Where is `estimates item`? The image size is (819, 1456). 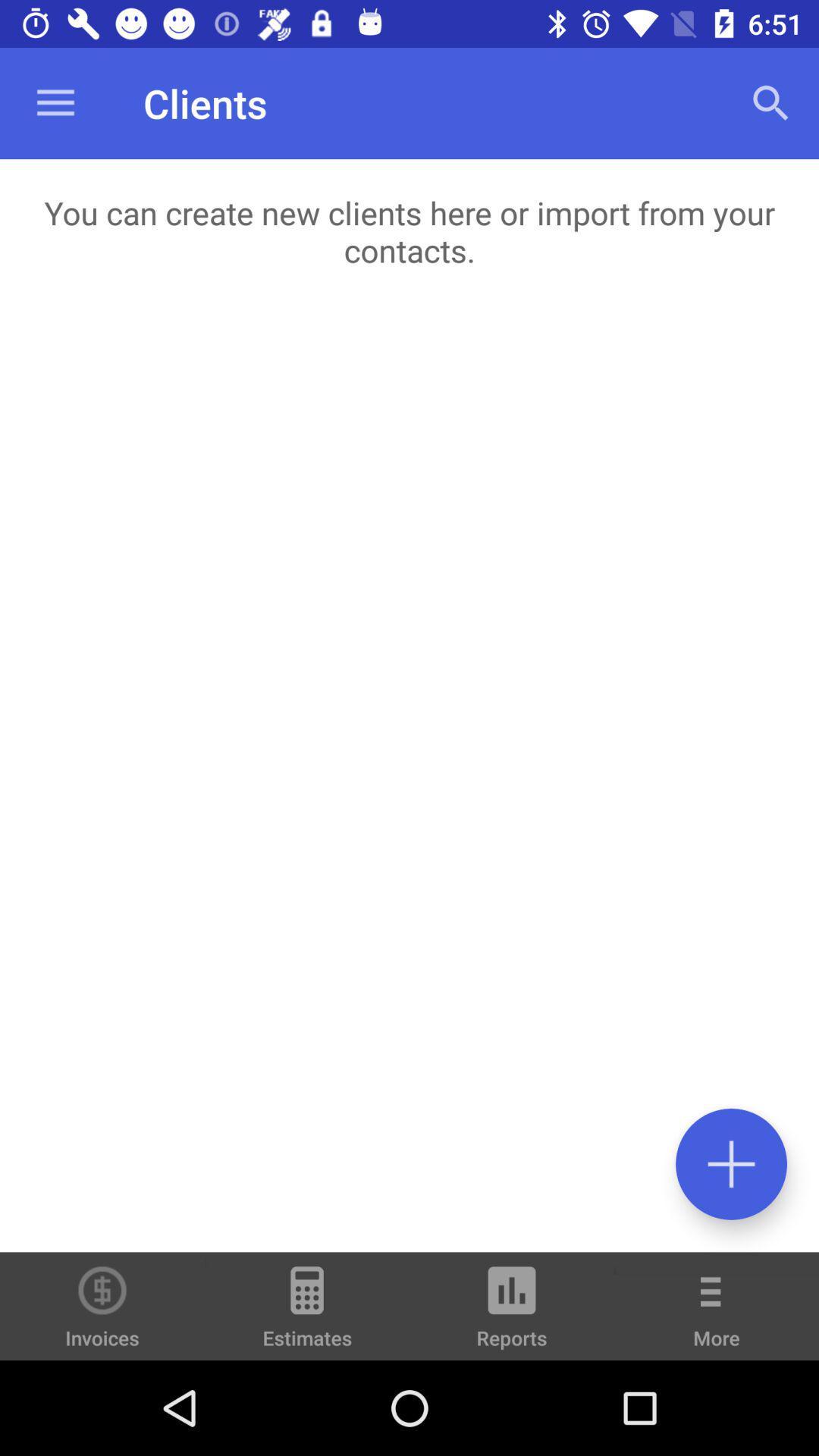 estimates item is located at coordinates (307, 1313).